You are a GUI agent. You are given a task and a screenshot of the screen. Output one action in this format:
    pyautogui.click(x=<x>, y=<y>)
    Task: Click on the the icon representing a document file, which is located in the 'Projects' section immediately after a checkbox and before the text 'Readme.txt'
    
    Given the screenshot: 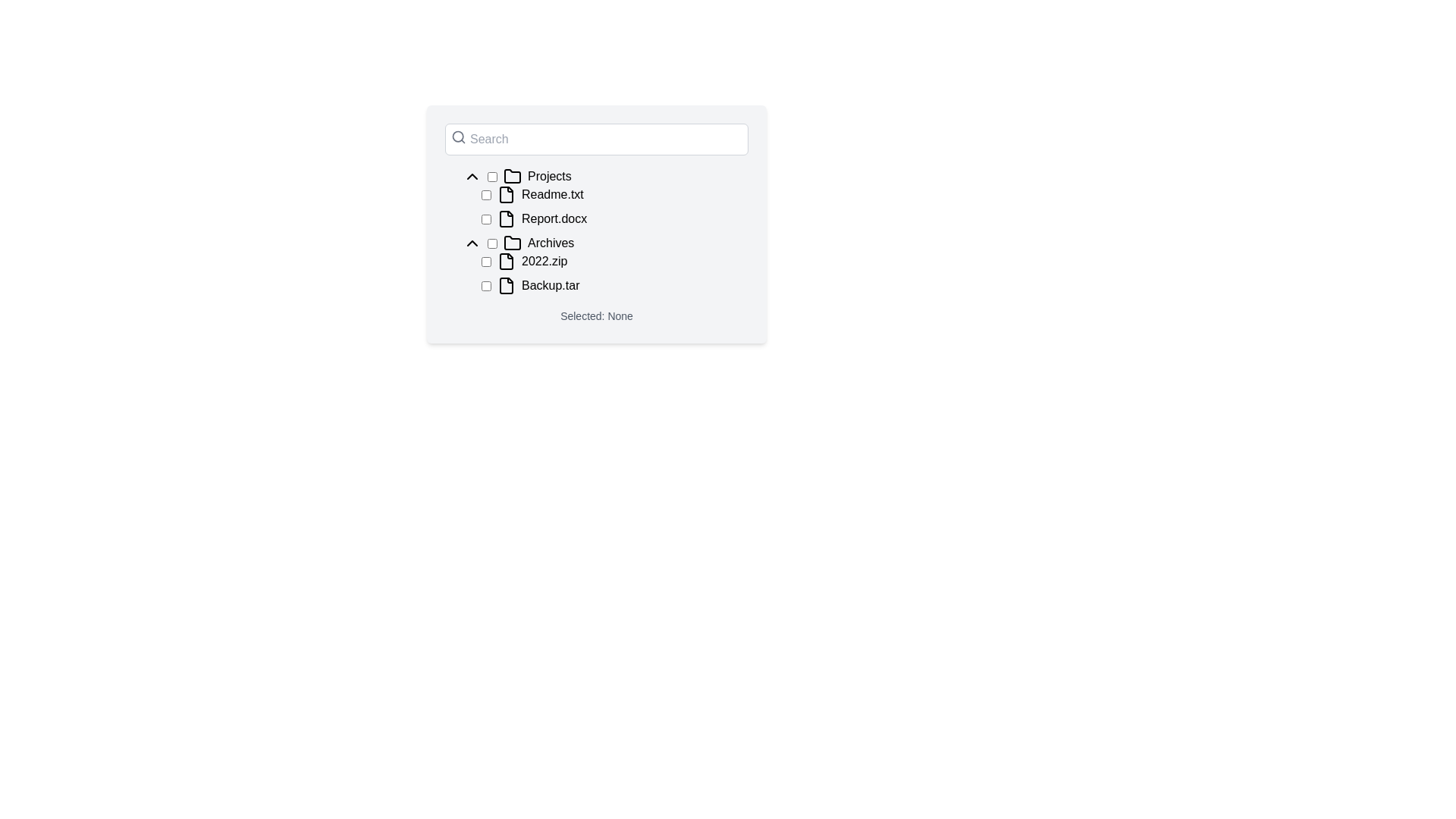 What is the action you would take?
    pyautogui.click(x=506, y=194)
    